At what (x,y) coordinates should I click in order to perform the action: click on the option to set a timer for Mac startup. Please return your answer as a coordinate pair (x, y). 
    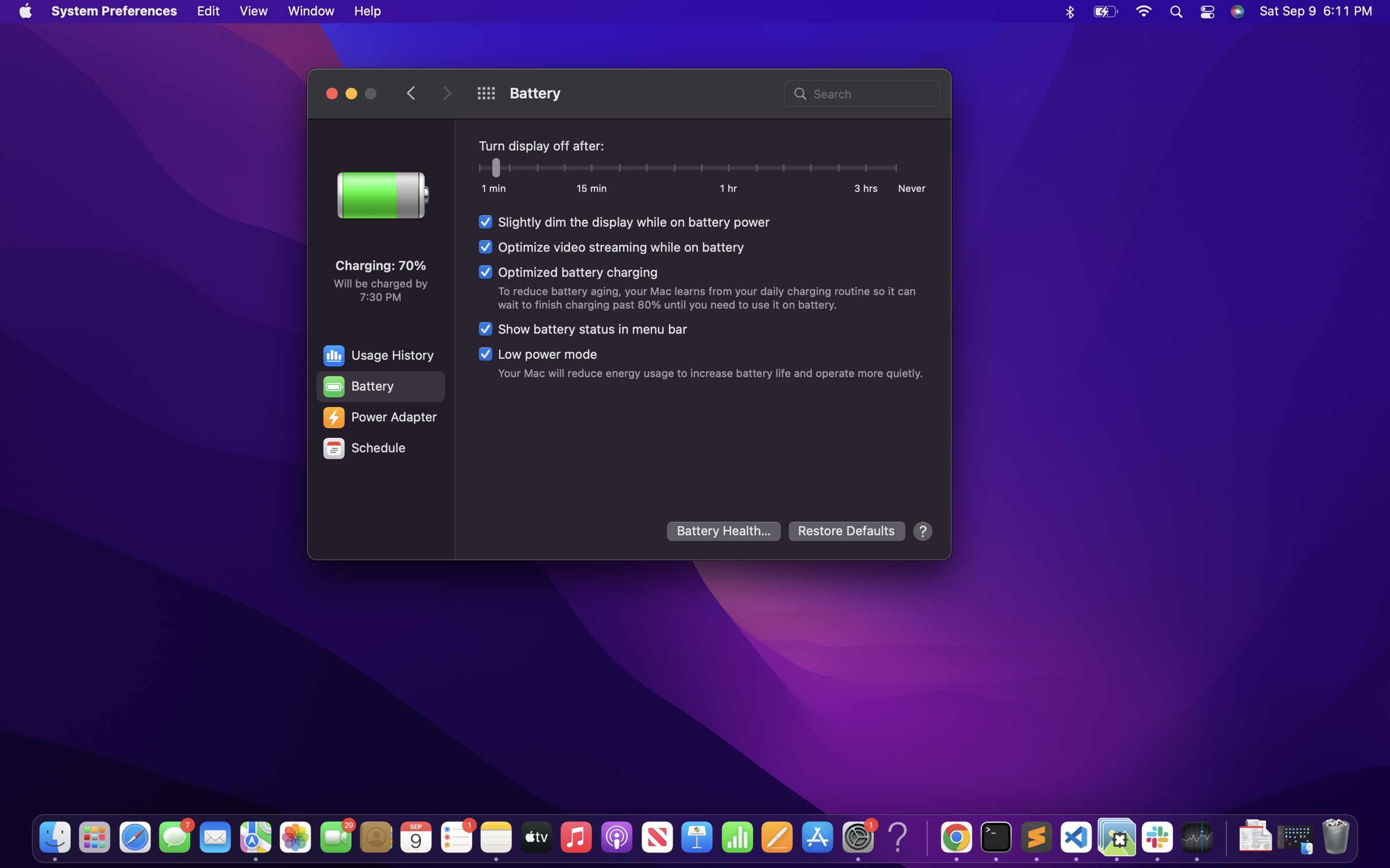
    Looking at the image, I should click on (379, 448).